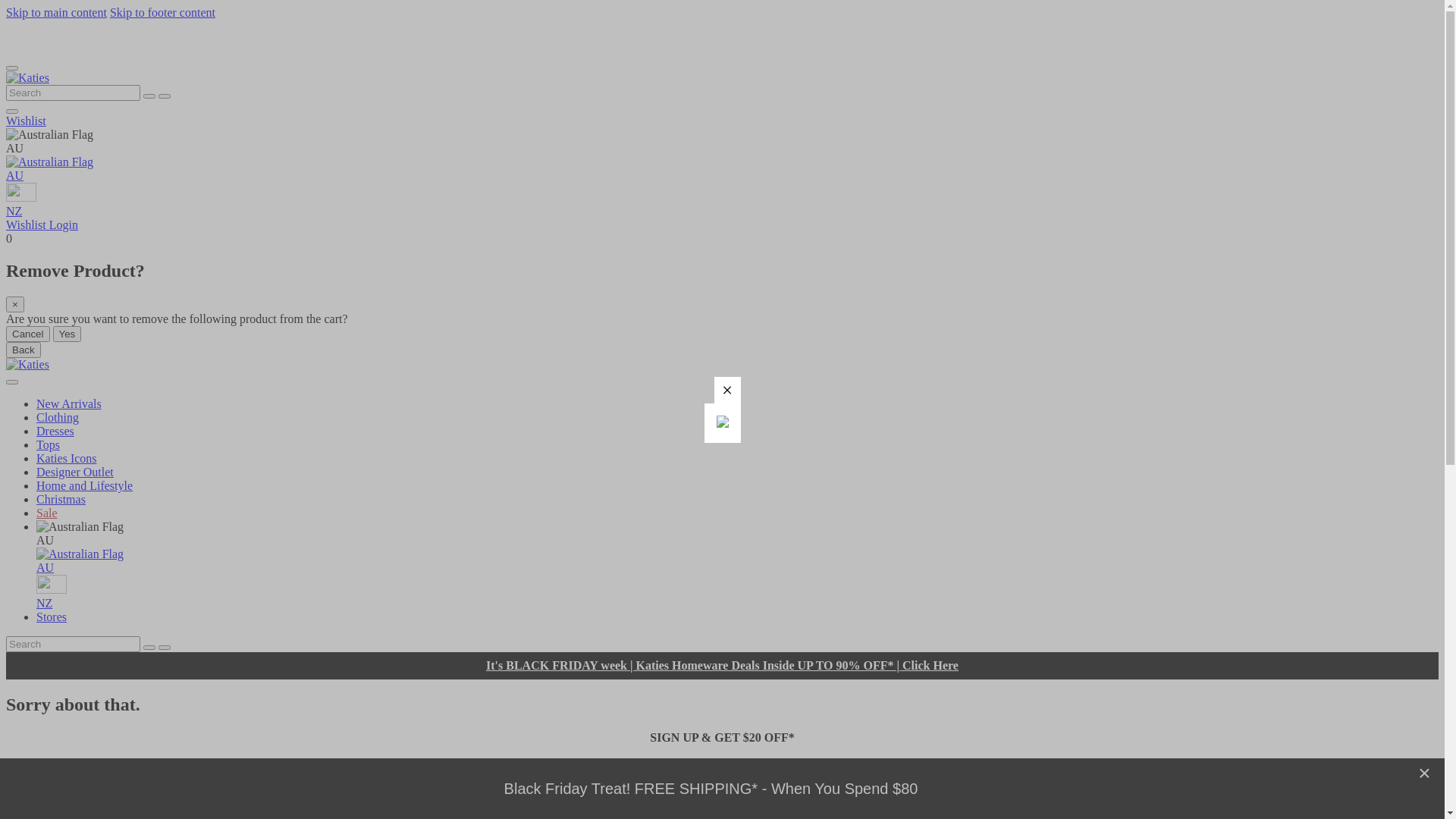 The image size is (1456, 819). What do you see at coordinates (6, 364) in the screenshot?
I see `'Katies'` at bounding box center [6, 364].